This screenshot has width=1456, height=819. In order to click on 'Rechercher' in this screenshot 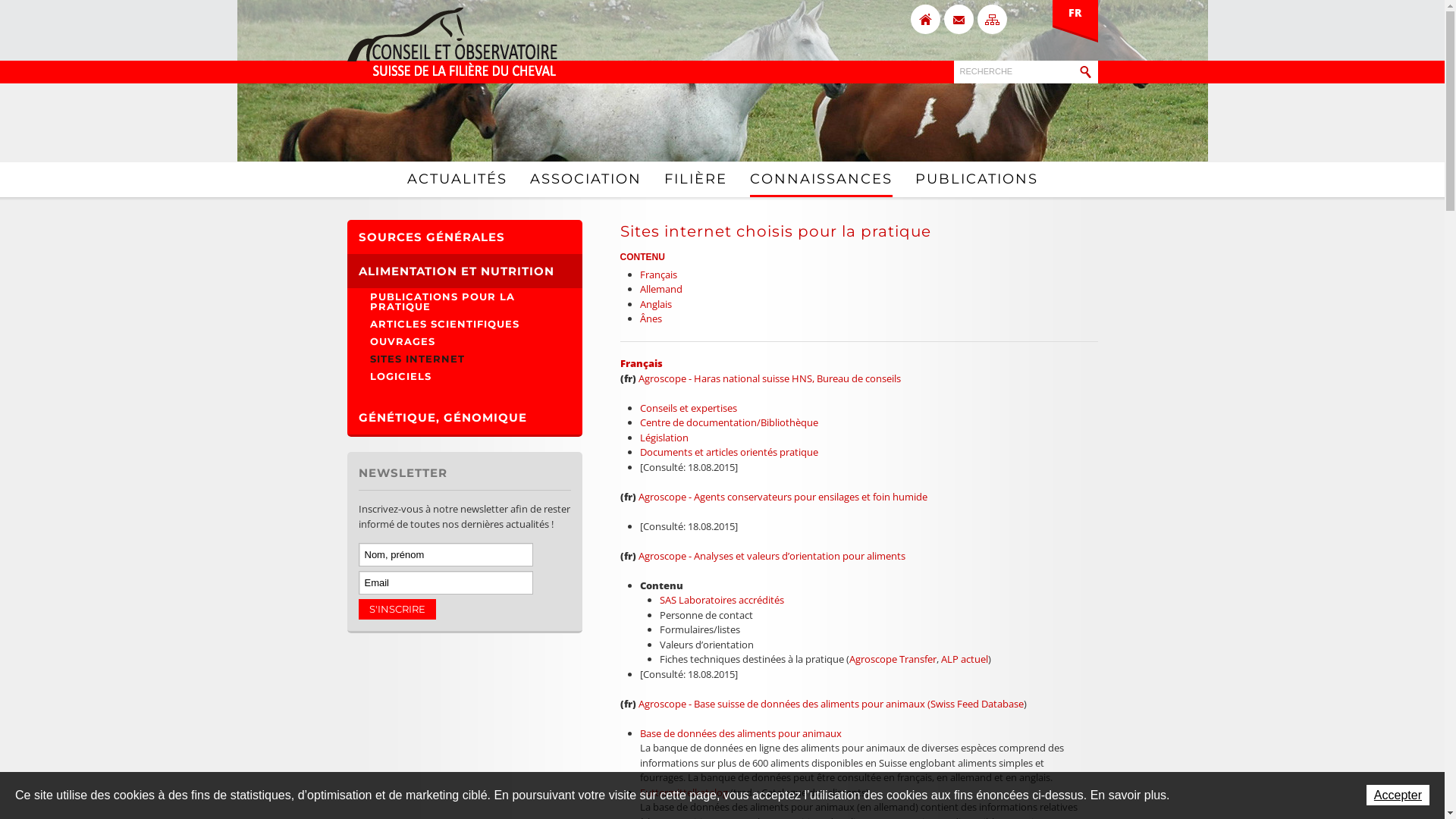, I will do `click(1084, 72)`.